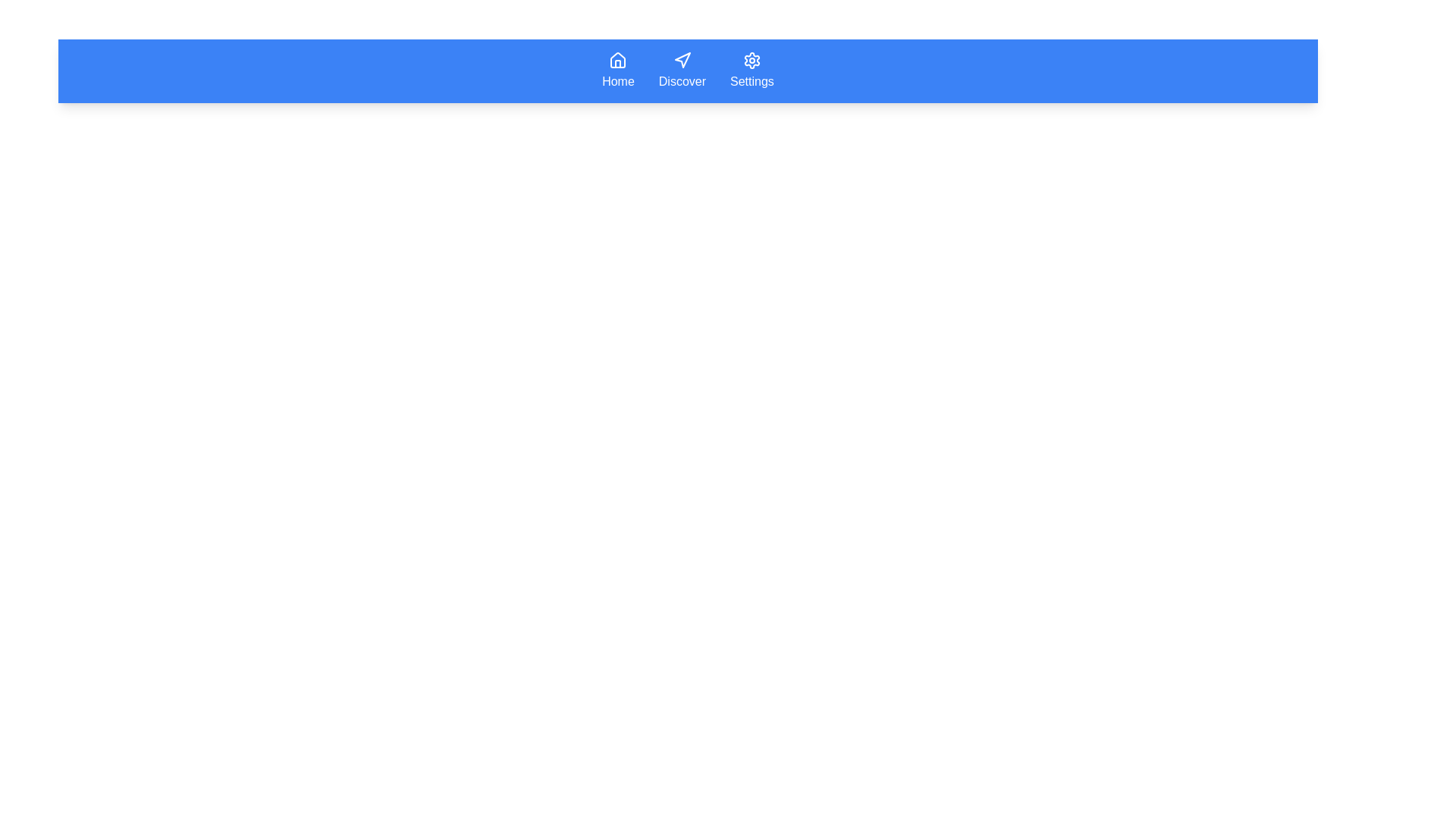 The image size is (1456, 819). Describe the element at coordinates (681, 60) in the screenshot. I see `the 'Discover' icon located in the center of the blue top navigation bar, positioned between the 'Home' and 'Settings' buttons` at that location.